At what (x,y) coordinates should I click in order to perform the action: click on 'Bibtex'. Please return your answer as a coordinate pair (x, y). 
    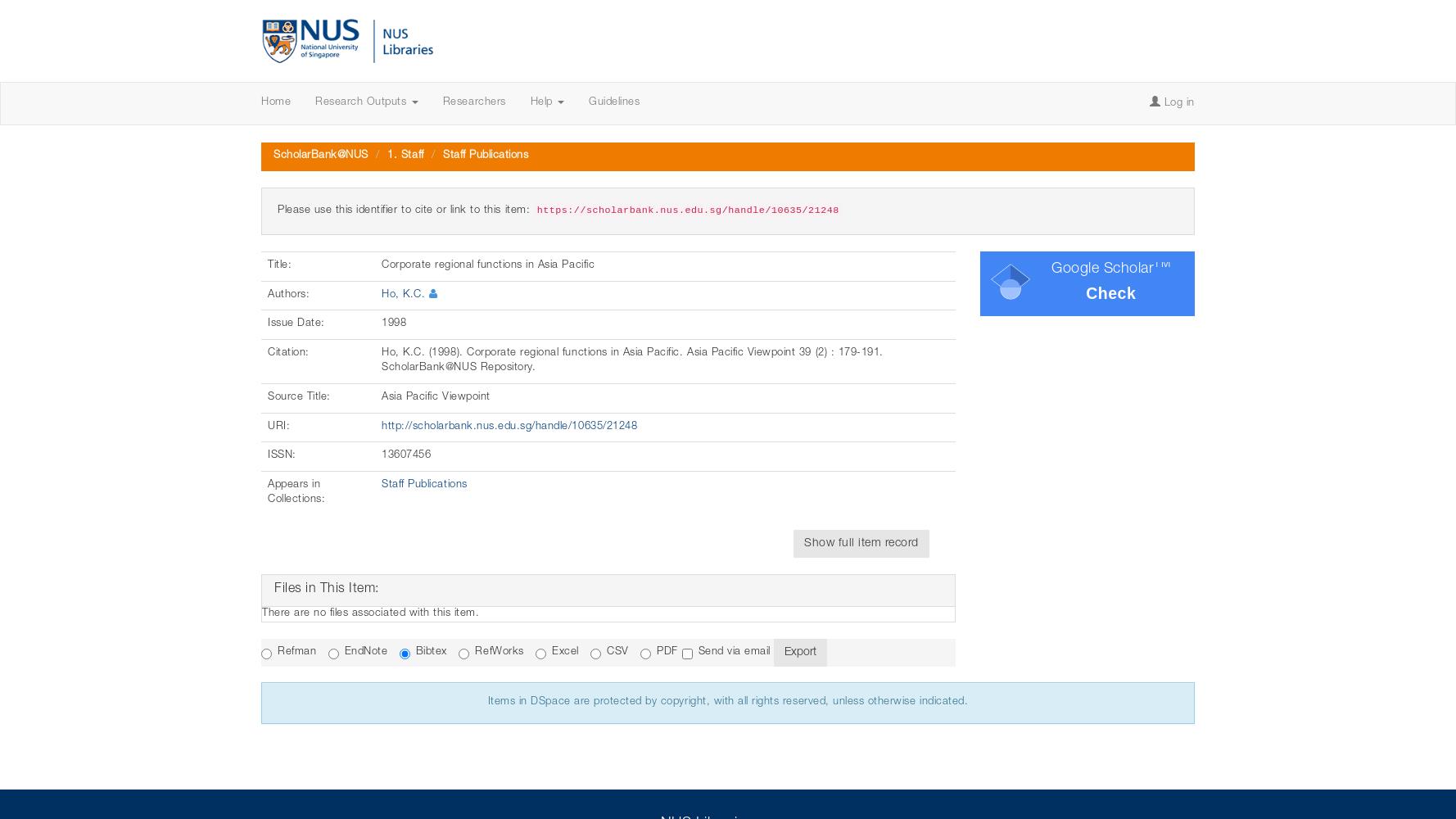
    Looking at the image, I should click on (414, 652).